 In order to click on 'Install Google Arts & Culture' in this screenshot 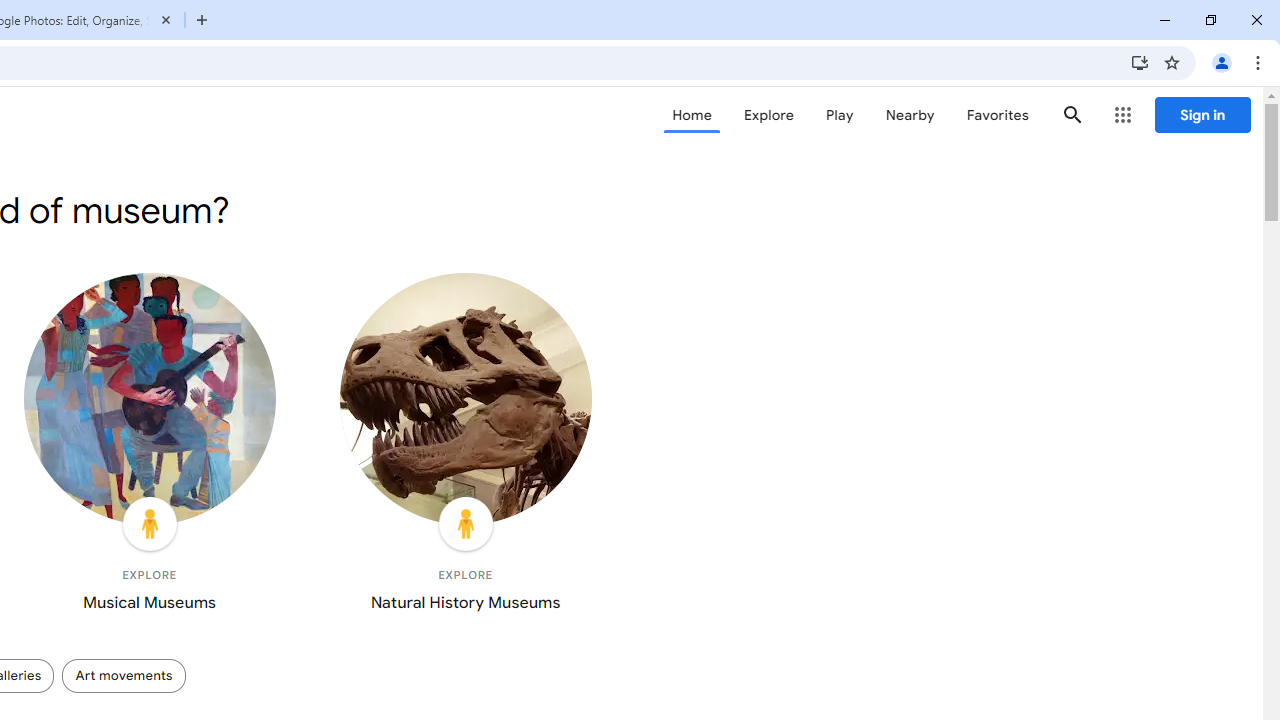, I will do `click(1139, 61)`.